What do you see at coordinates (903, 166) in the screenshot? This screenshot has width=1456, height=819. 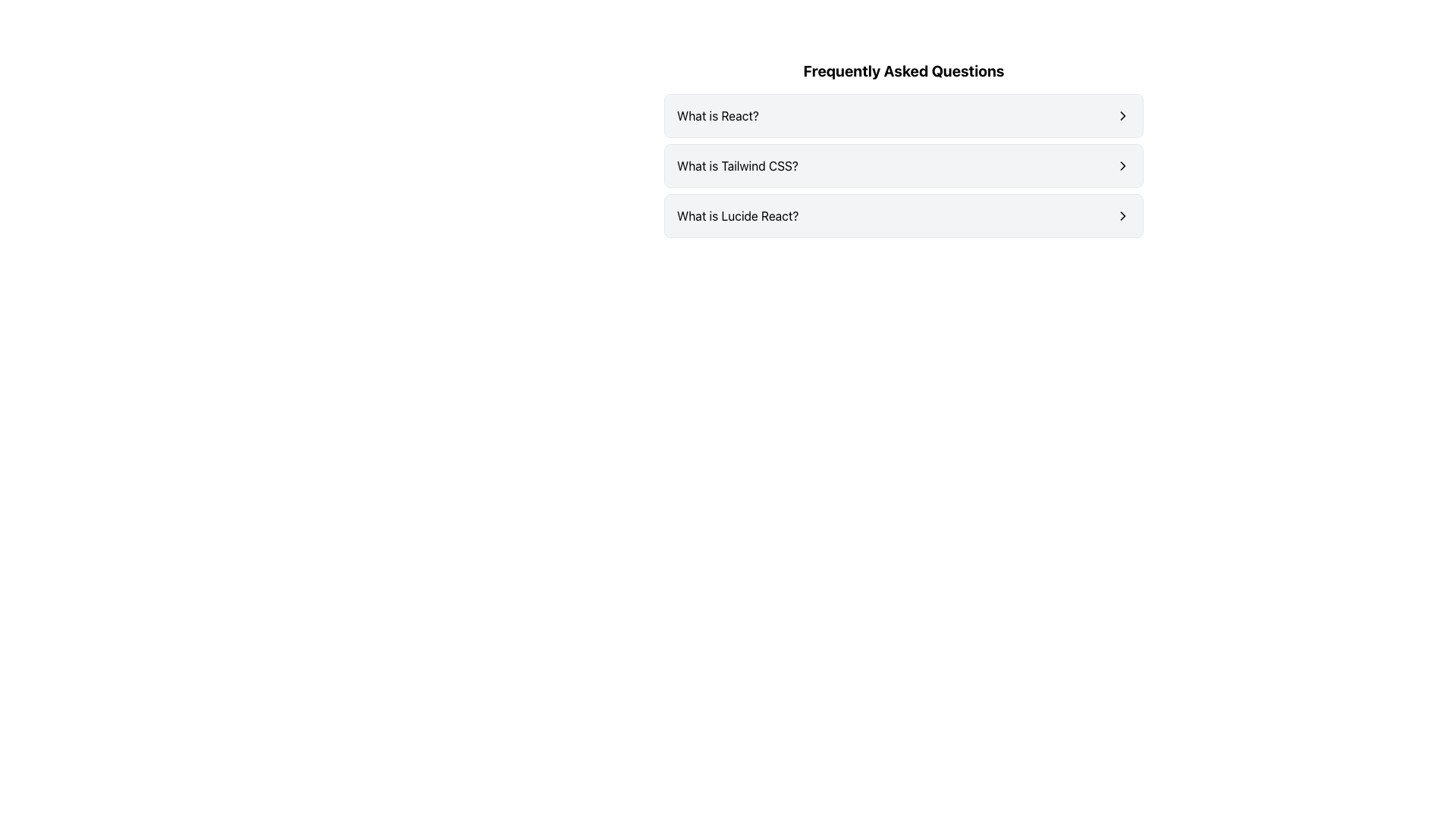 I see `the second button` at bounding box center [903, 166].